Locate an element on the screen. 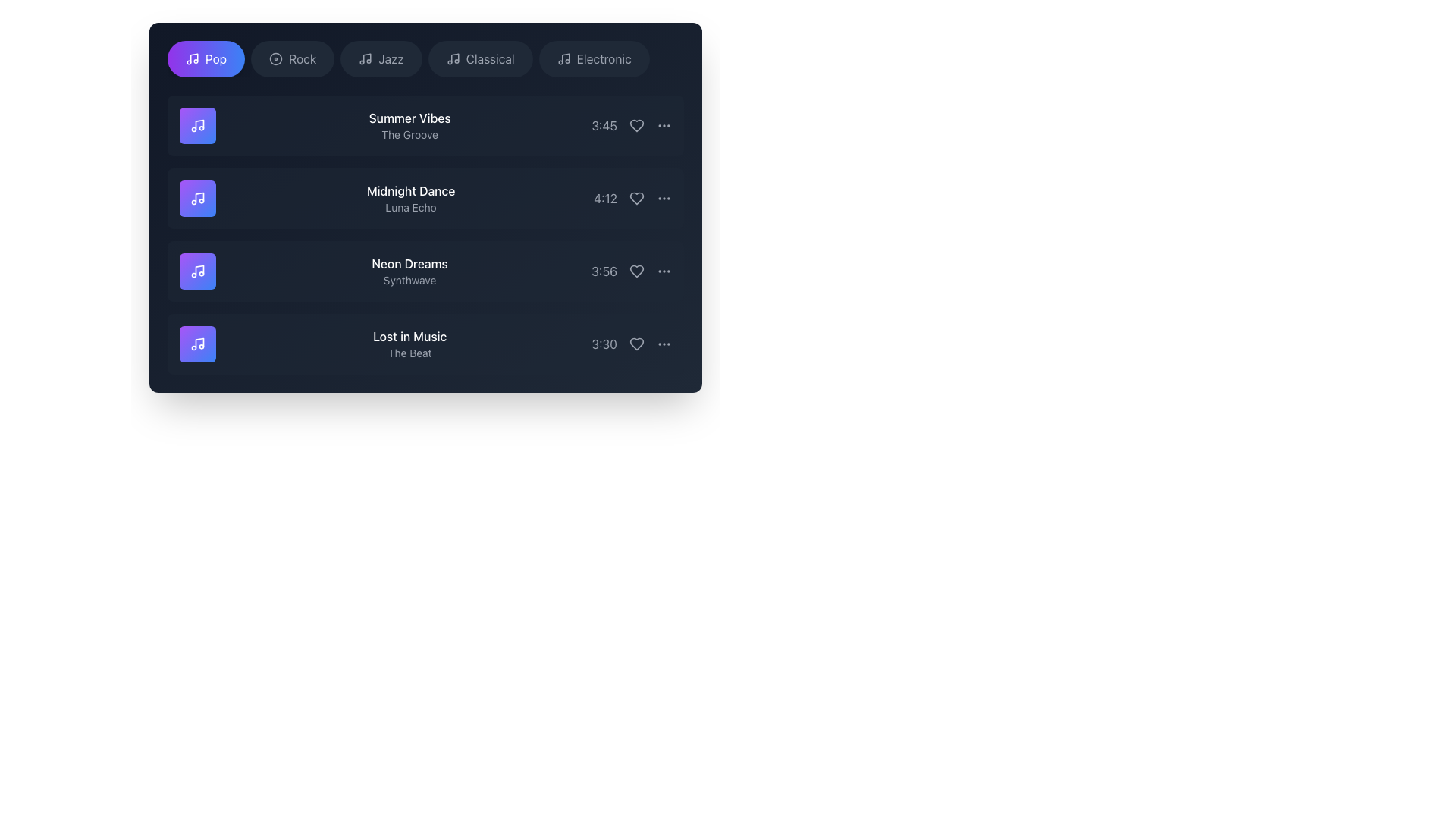  the rounded rectangular button labeled 'Rock' with a circular music icon is located at coordinates (293, 58).